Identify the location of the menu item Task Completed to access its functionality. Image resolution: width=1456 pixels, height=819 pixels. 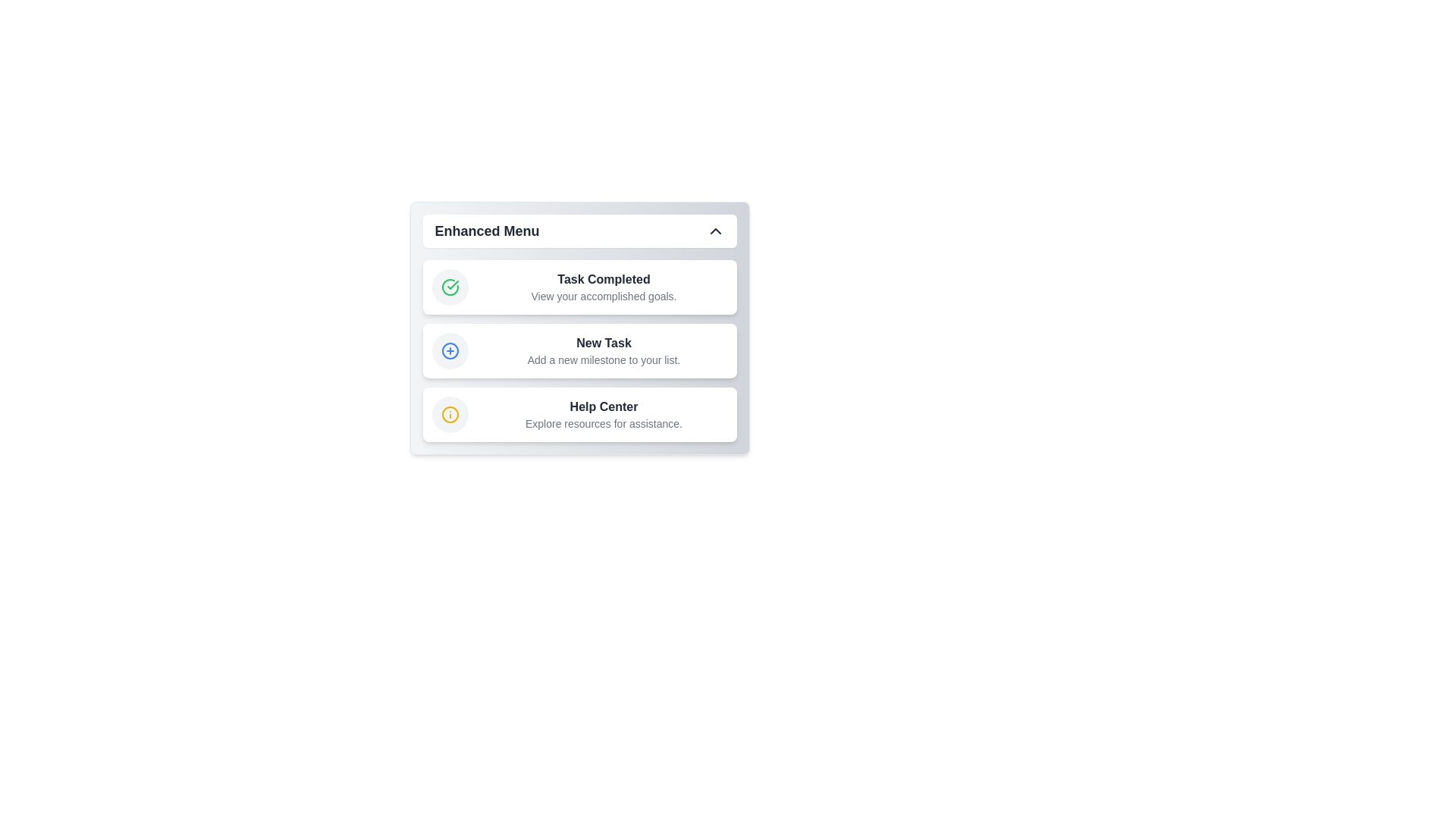
(579, 287).